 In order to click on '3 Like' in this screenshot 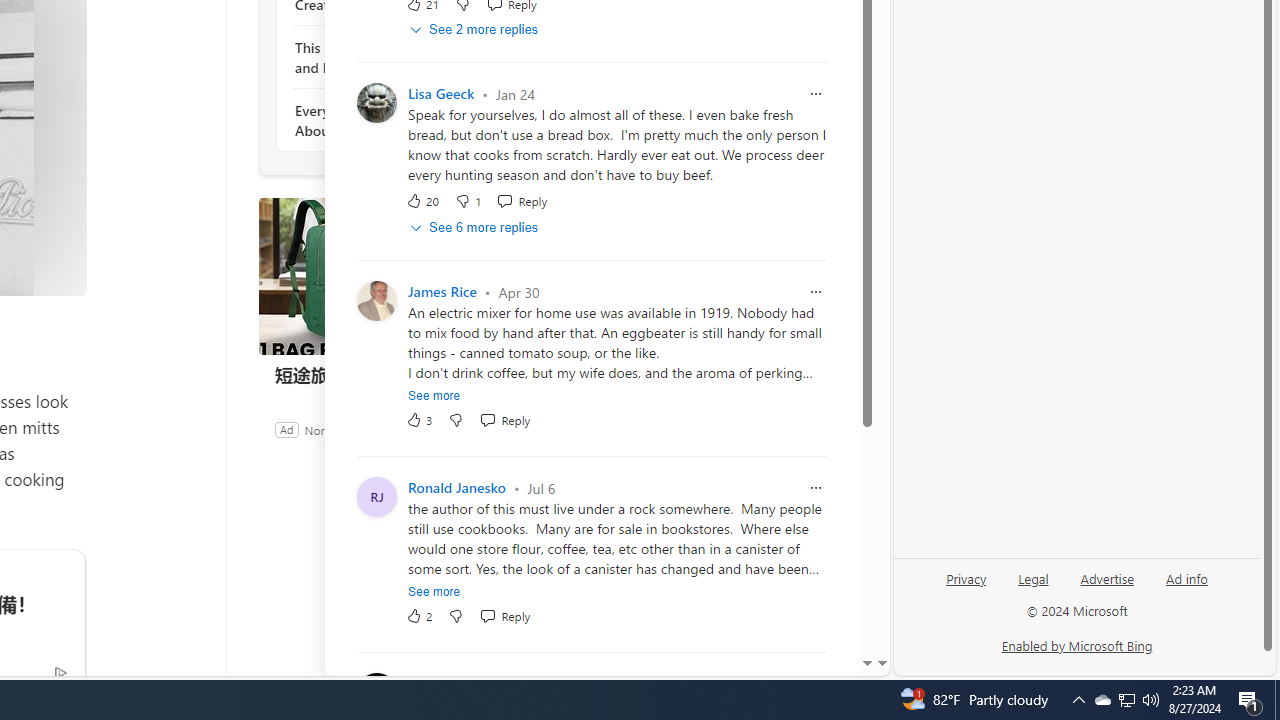, I will do `click(418, 419)`.